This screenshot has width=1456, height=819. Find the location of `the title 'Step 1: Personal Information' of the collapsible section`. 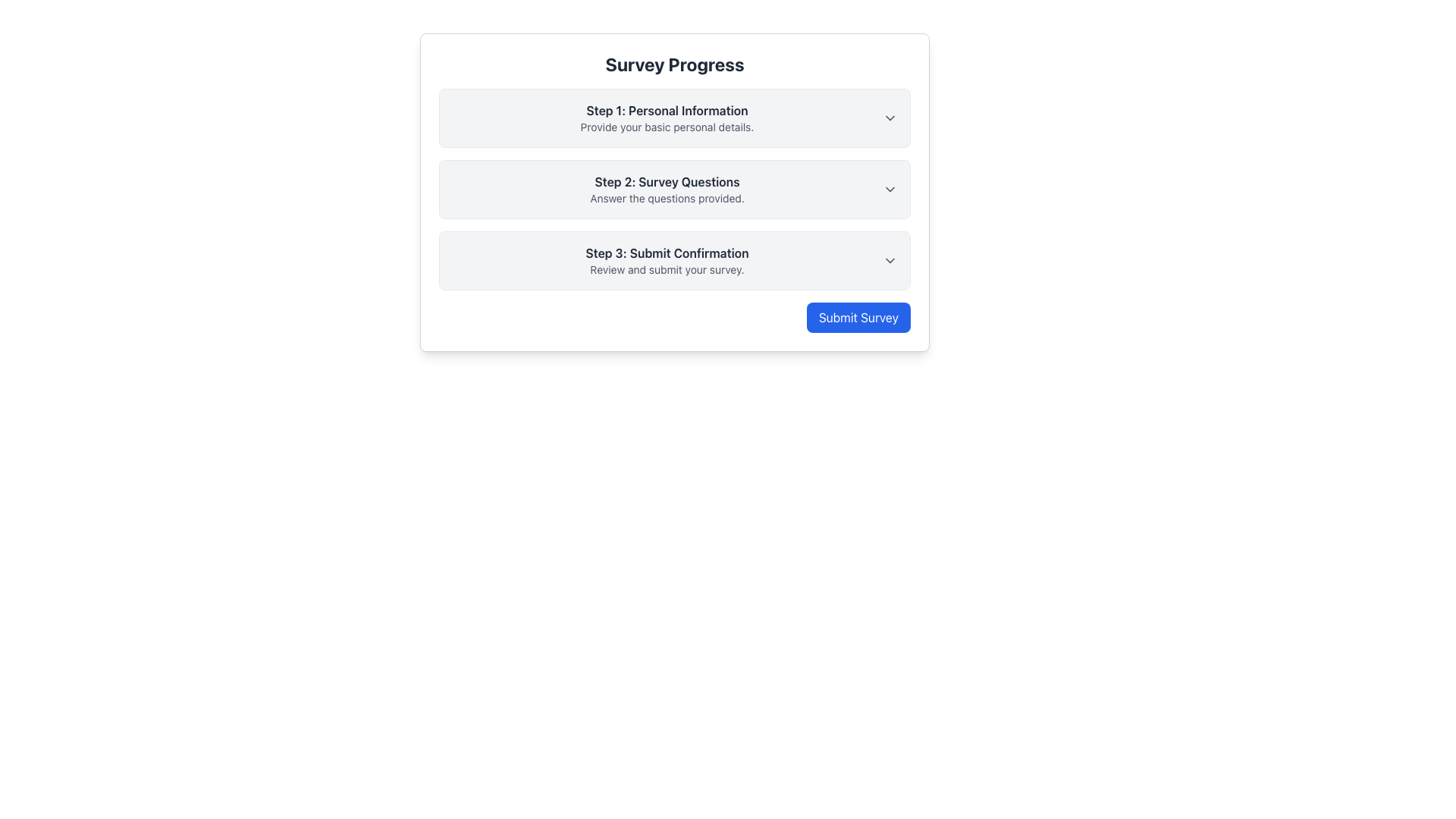

the title 'Step 1: Personal Information' of the collapsible section is located at coordinates (673, 117).